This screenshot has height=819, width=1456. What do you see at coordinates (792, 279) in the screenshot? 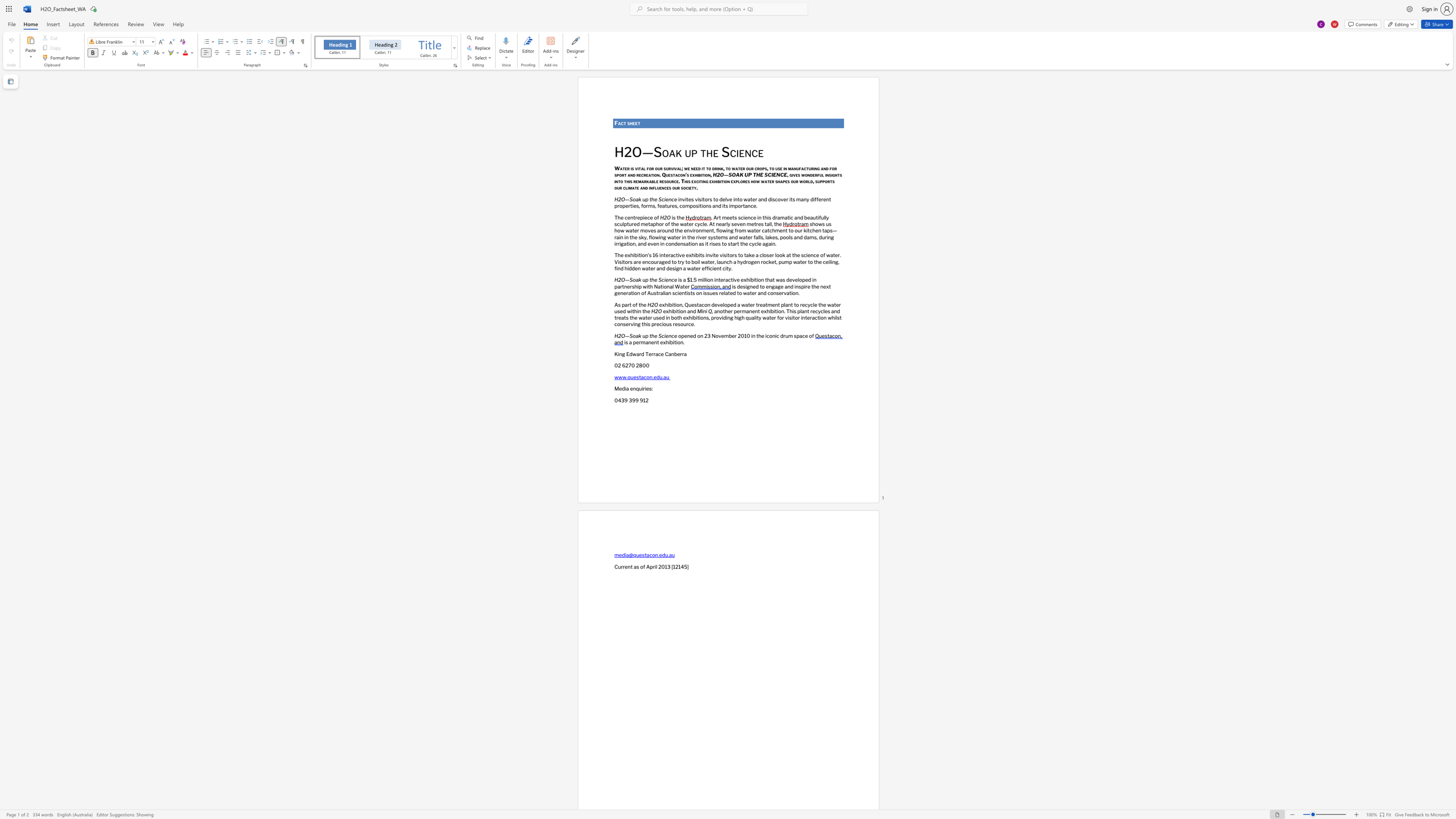
I see `the subset text "veloped in partners" within the text "is a $1.5 million interactive exhibition that was developed in partnership with National Water"` at bounding box center [792, 279].